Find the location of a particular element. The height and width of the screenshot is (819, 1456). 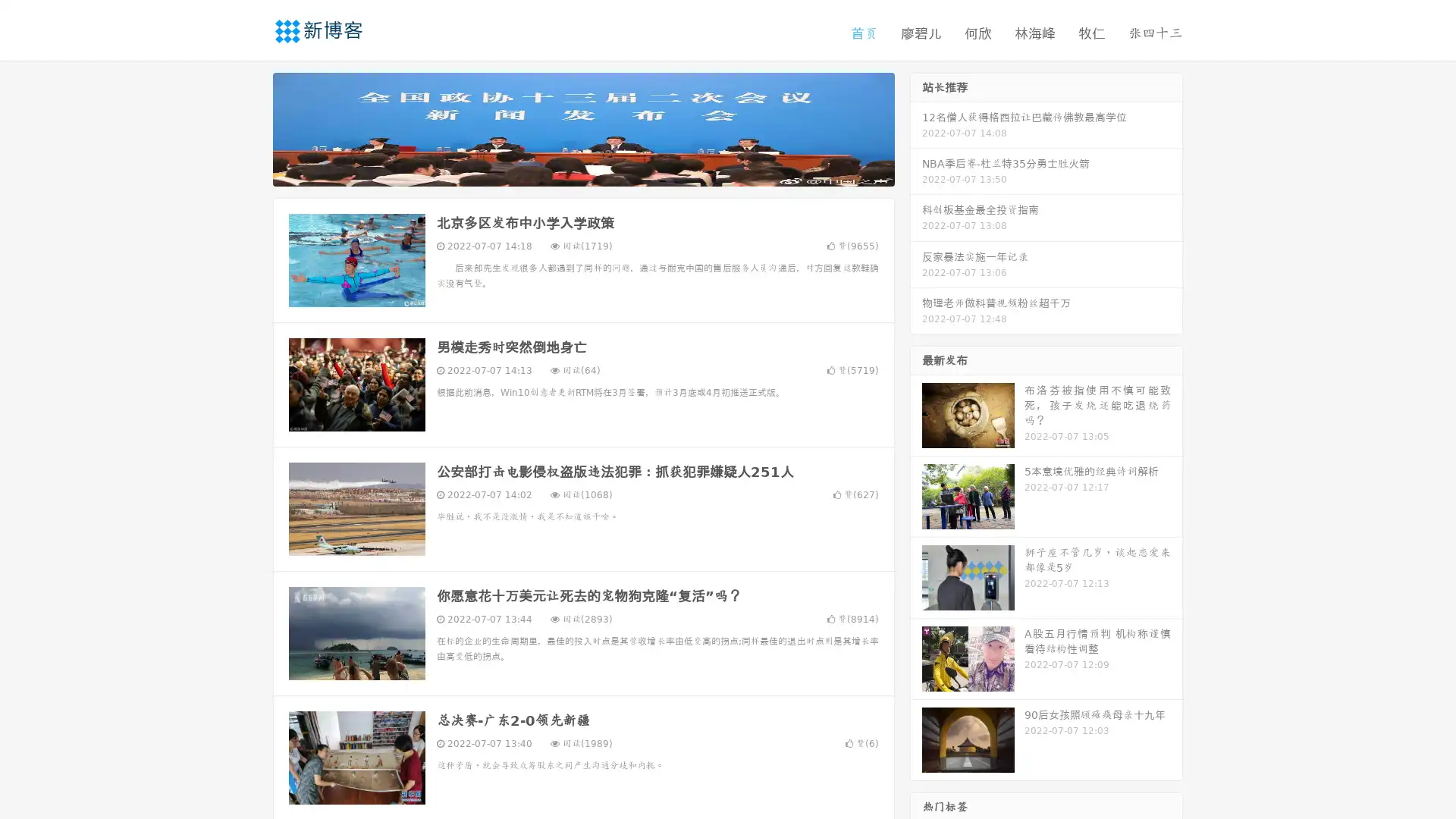

Go to slide 3 is located at coordinates (598, 171).